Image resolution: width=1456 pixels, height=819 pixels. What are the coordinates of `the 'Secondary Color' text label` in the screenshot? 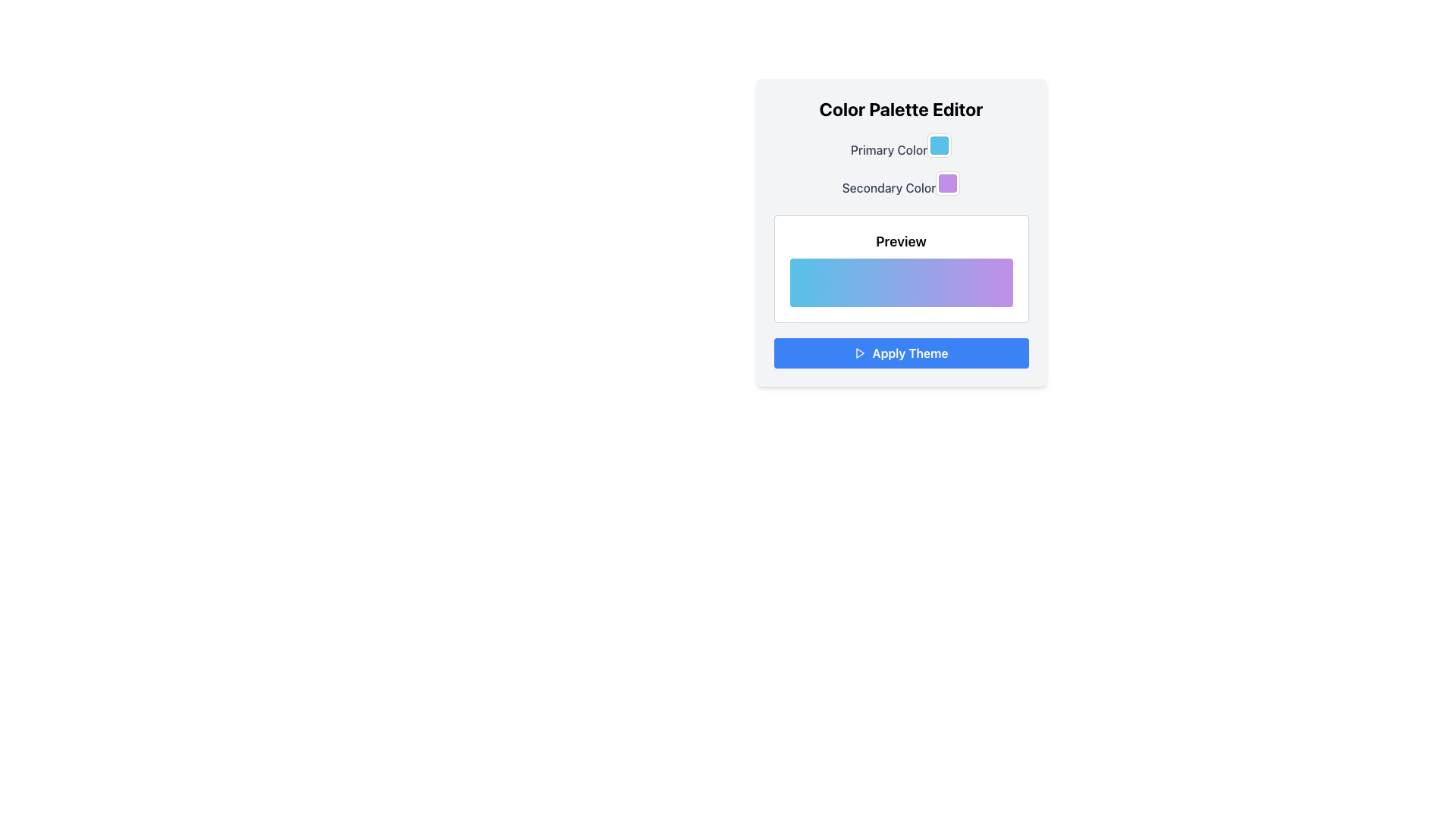 It's located at (901, 184).